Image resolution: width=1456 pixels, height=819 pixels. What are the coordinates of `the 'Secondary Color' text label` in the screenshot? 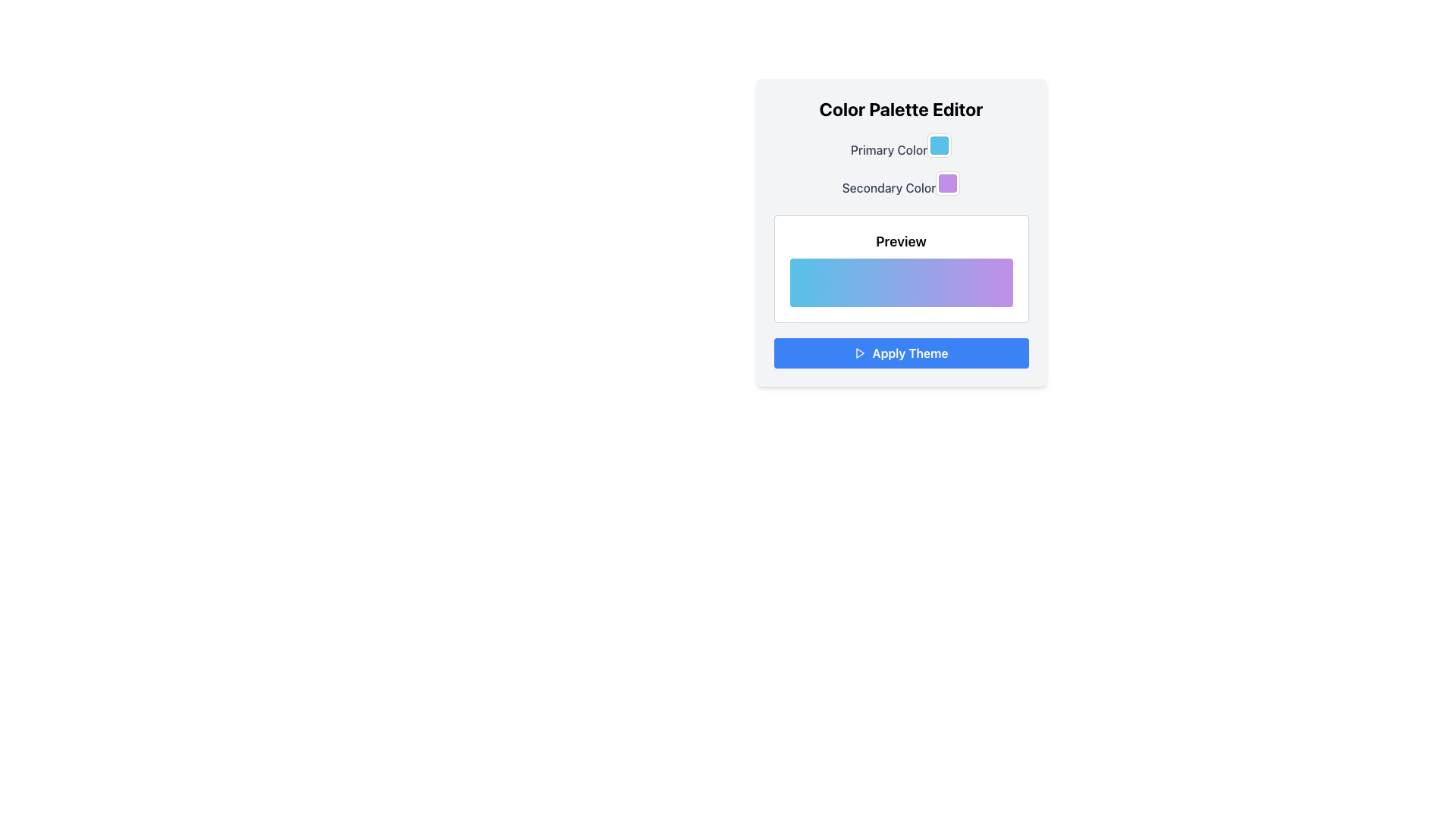 It's located at (901, 184).